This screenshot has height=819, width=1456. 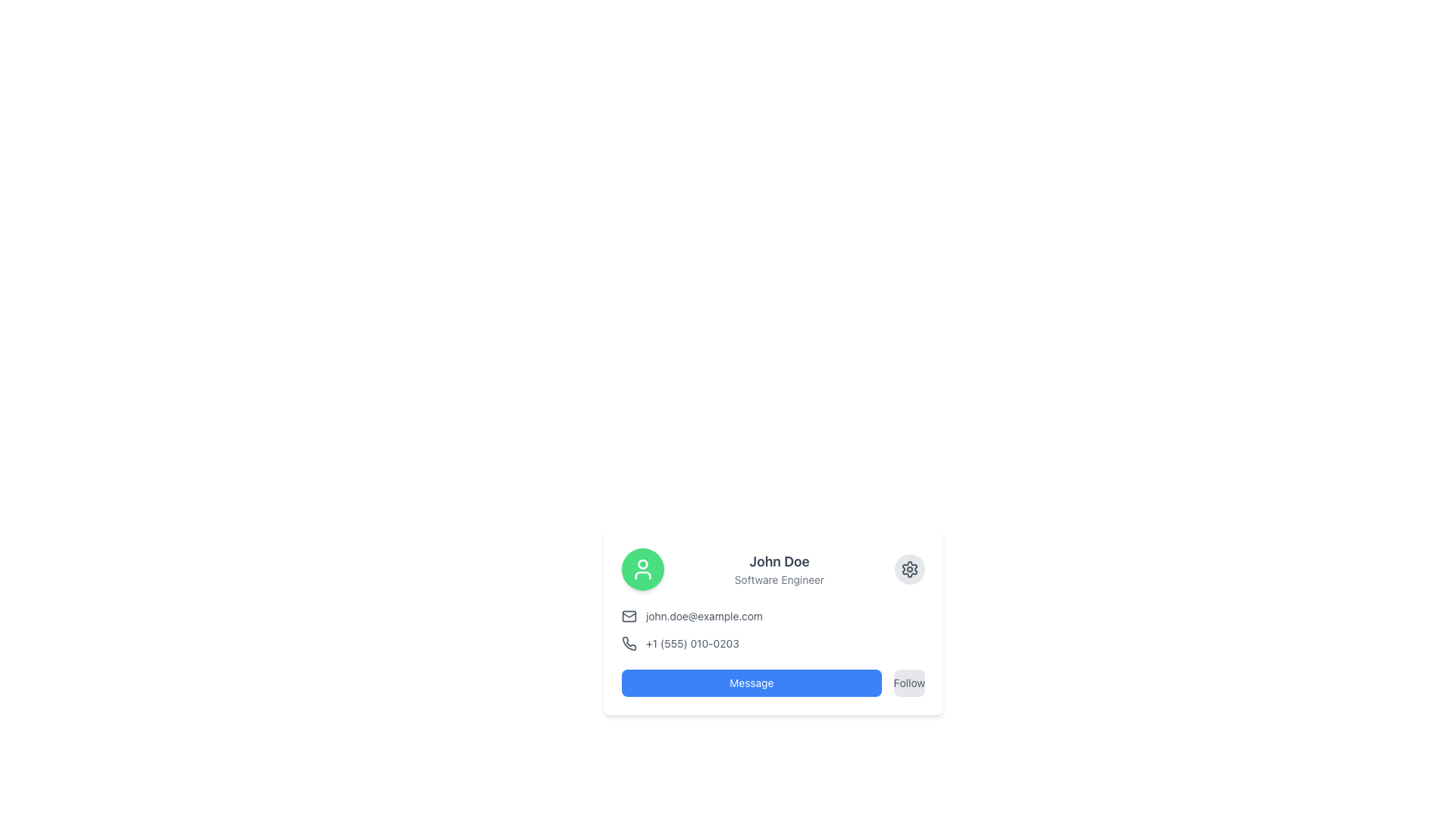 What do you see at coordinates (643, 570) in the screenshot?
I see `the user profile icon located within the green circular area on the left side of the card layout` at bounding box center [643, 570].